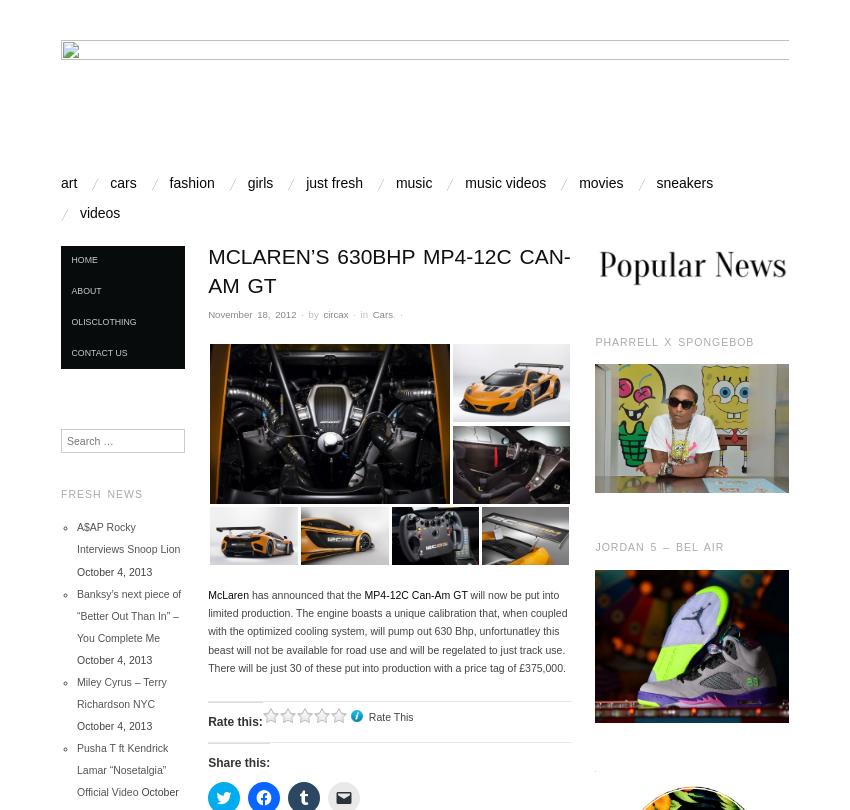  I want to click on 'Cars', so click(380, 312).